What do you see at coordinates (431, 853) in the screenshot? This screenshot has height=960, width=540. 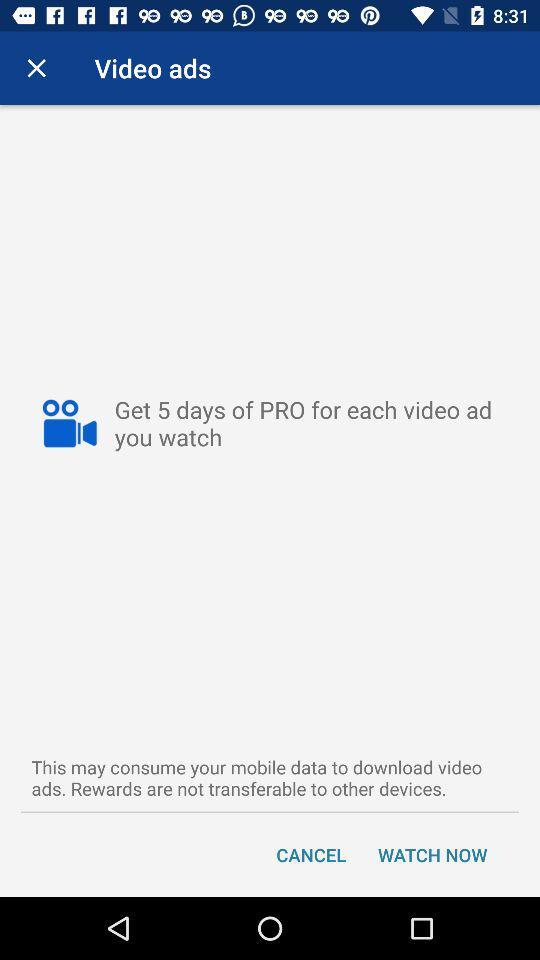 I see `the item to the right of the cancel item` at bounding box center [431, 853].